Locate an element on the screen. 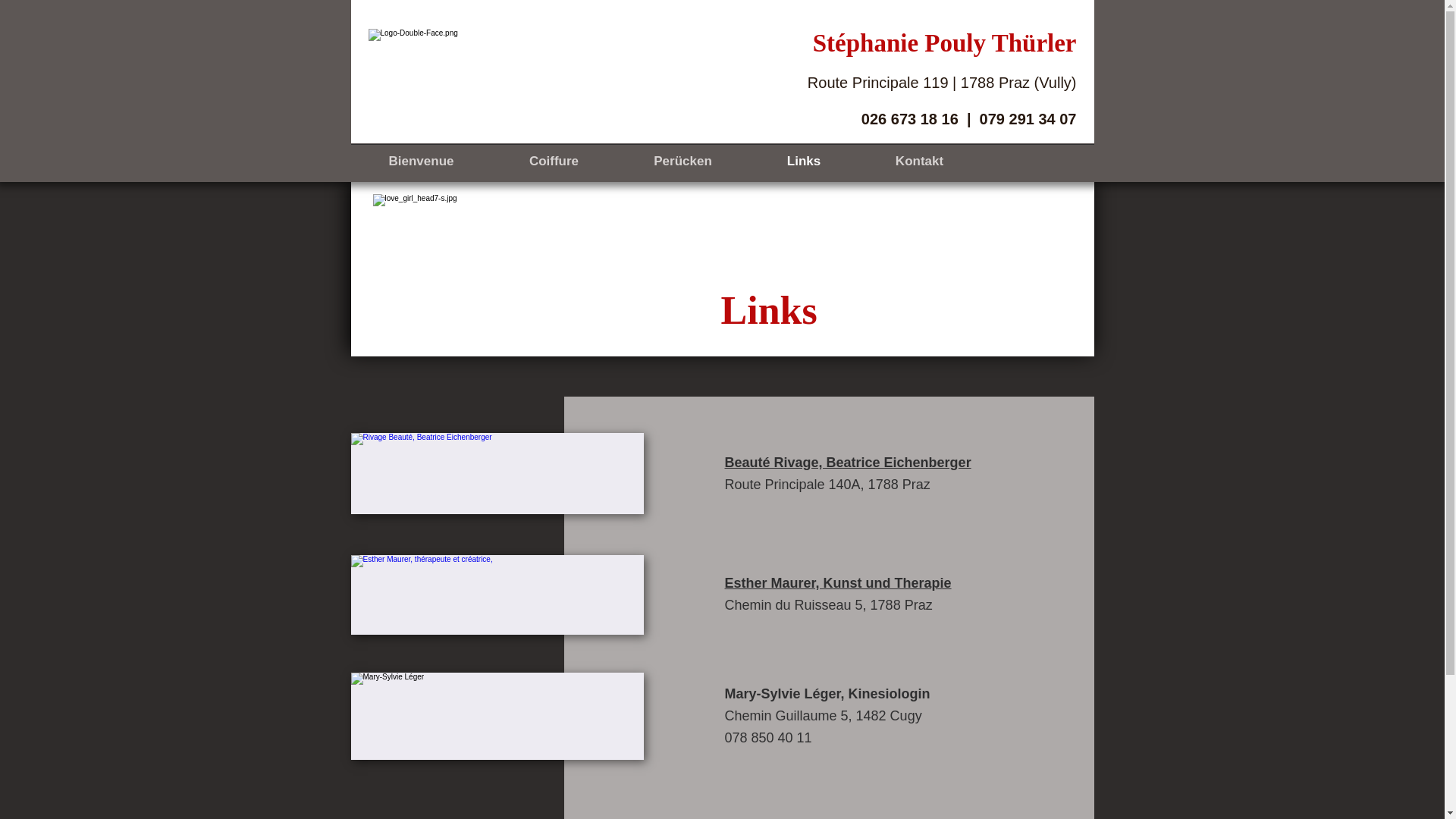  'Esther Maurer, K' is located at coordinates (779, 582).